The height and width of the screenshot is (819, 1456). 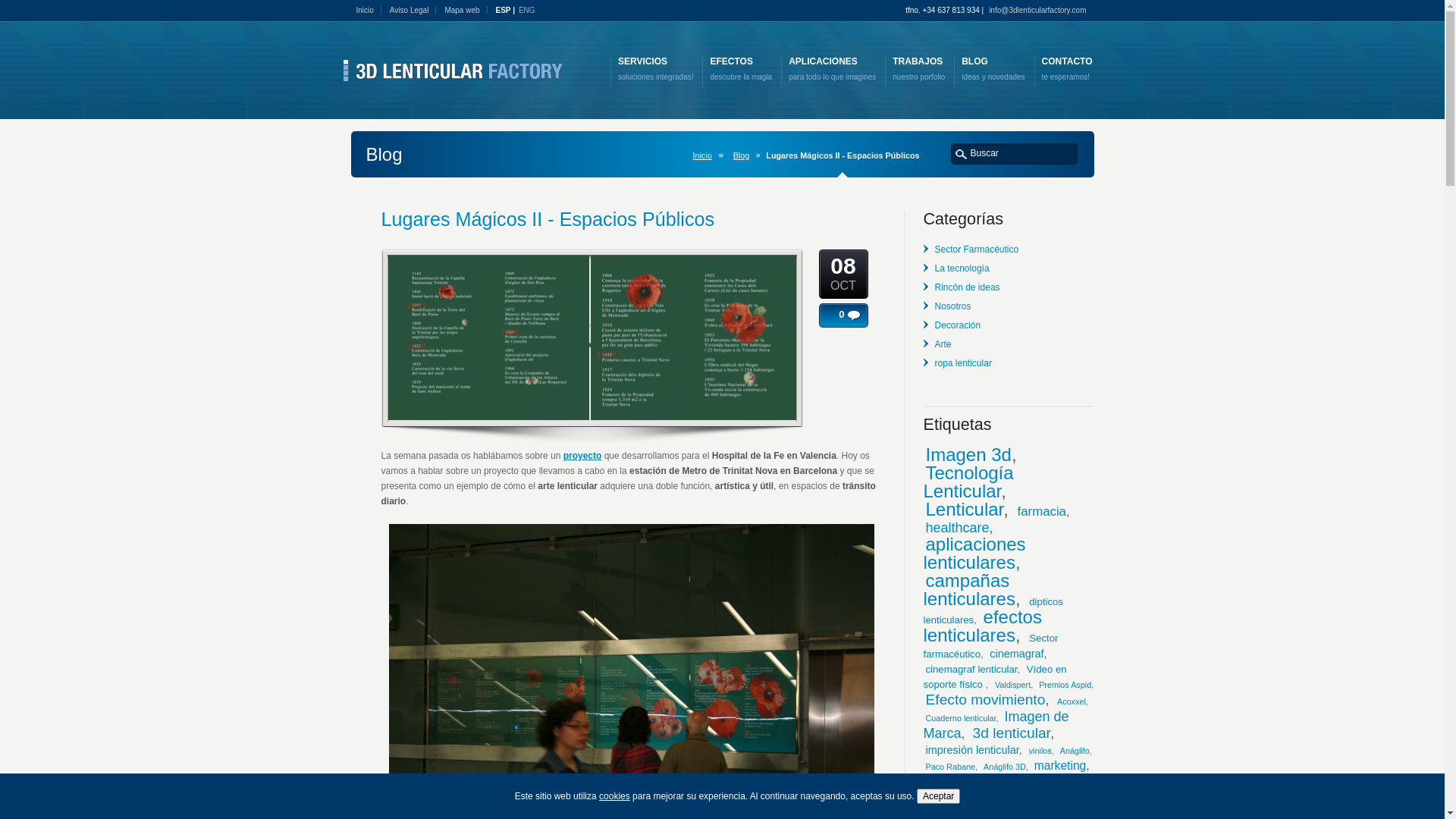 I want to click on 'cookies', so click(x=614, y=795).